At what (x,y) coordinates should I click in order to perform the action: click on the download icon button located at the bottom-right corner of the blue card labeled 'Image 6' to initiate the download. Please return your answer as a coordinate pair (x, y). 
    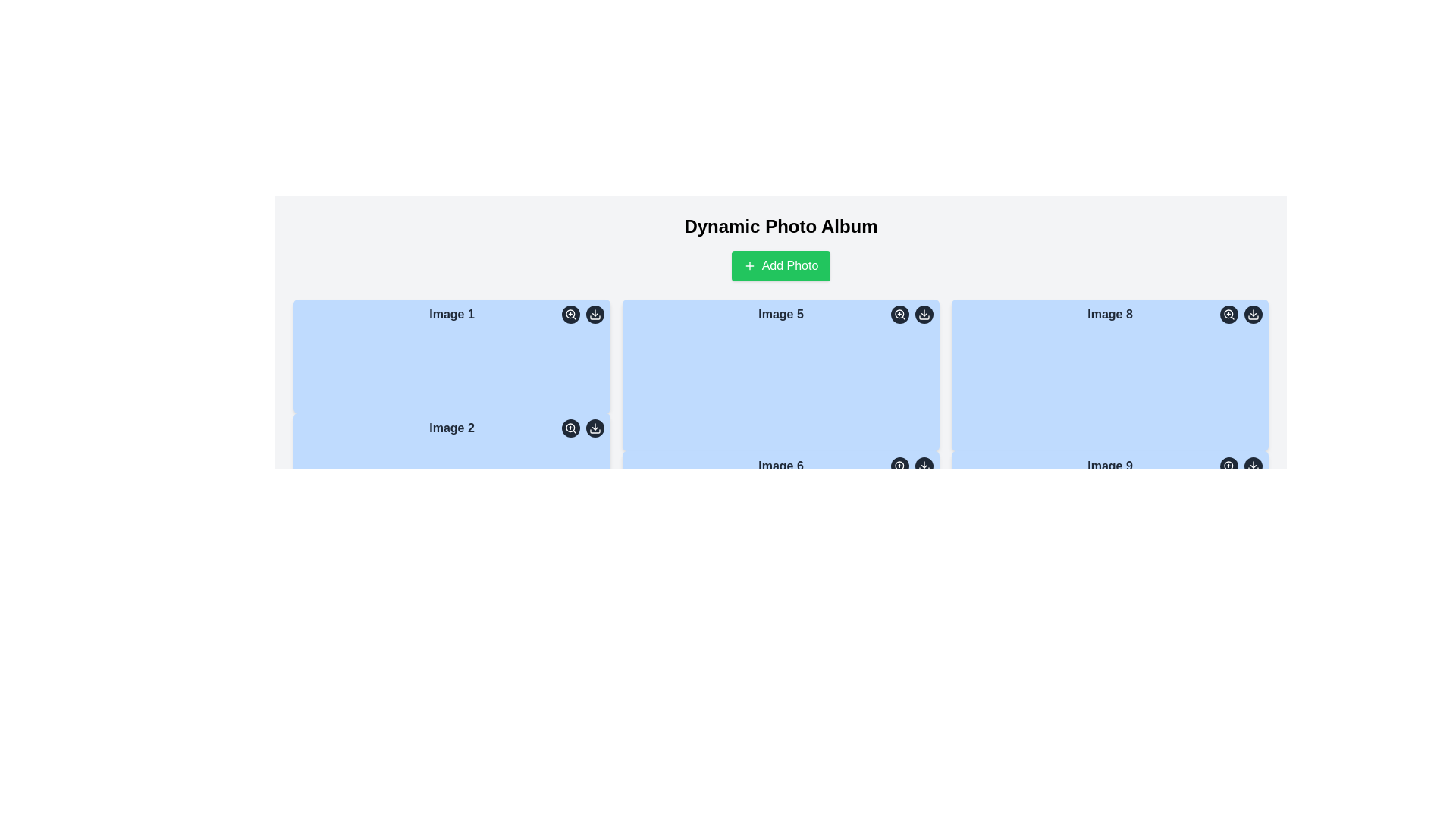
    Looking at the image, I should click on (924, 465).